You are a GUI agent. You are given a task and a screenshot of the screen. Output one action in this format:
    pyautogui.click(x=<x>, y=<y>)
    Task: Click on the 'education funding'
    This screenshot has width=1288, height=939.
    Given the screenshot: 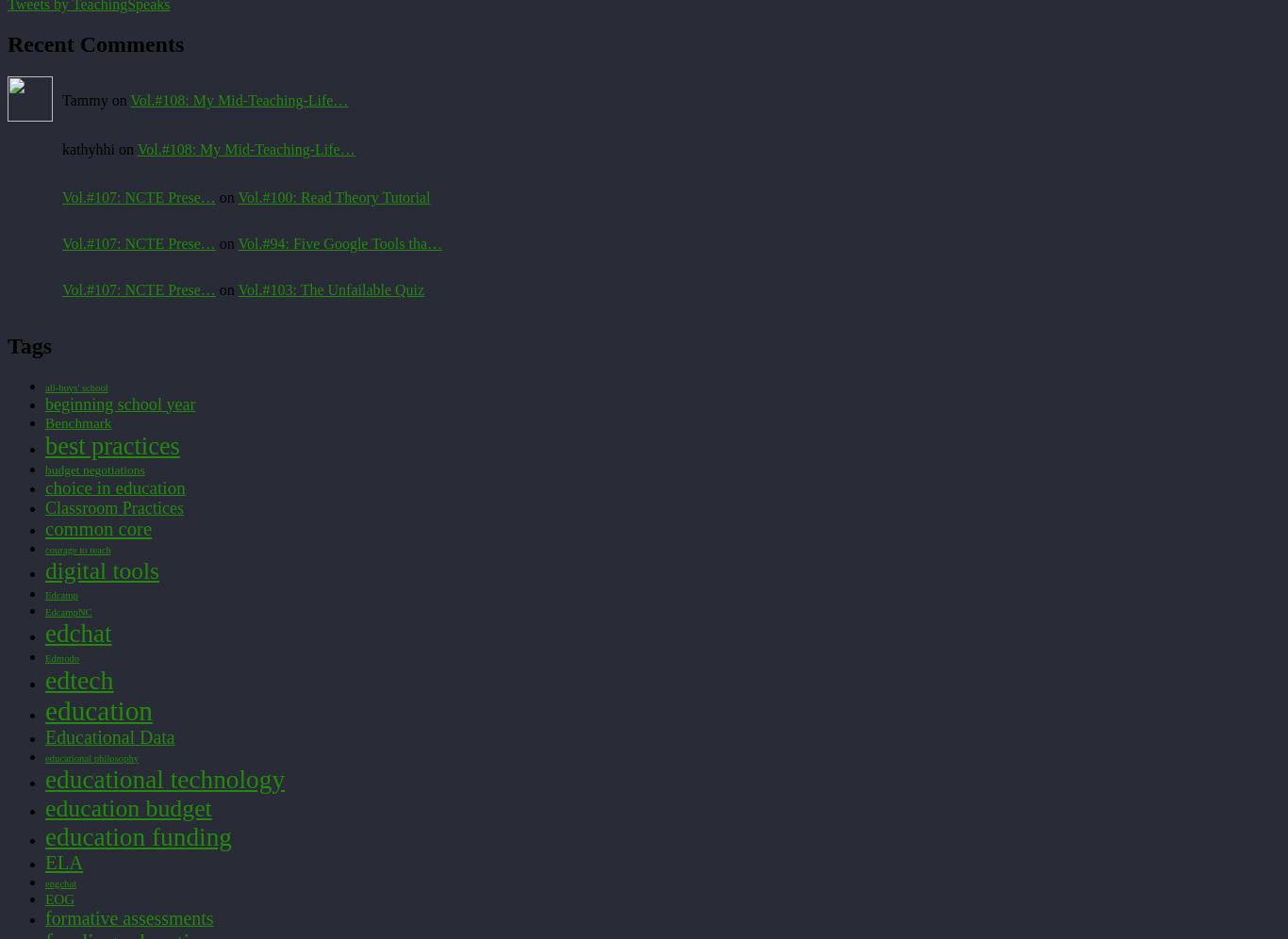 What is the action you would take?
    pyautogui.click(x=137, y=835)
    